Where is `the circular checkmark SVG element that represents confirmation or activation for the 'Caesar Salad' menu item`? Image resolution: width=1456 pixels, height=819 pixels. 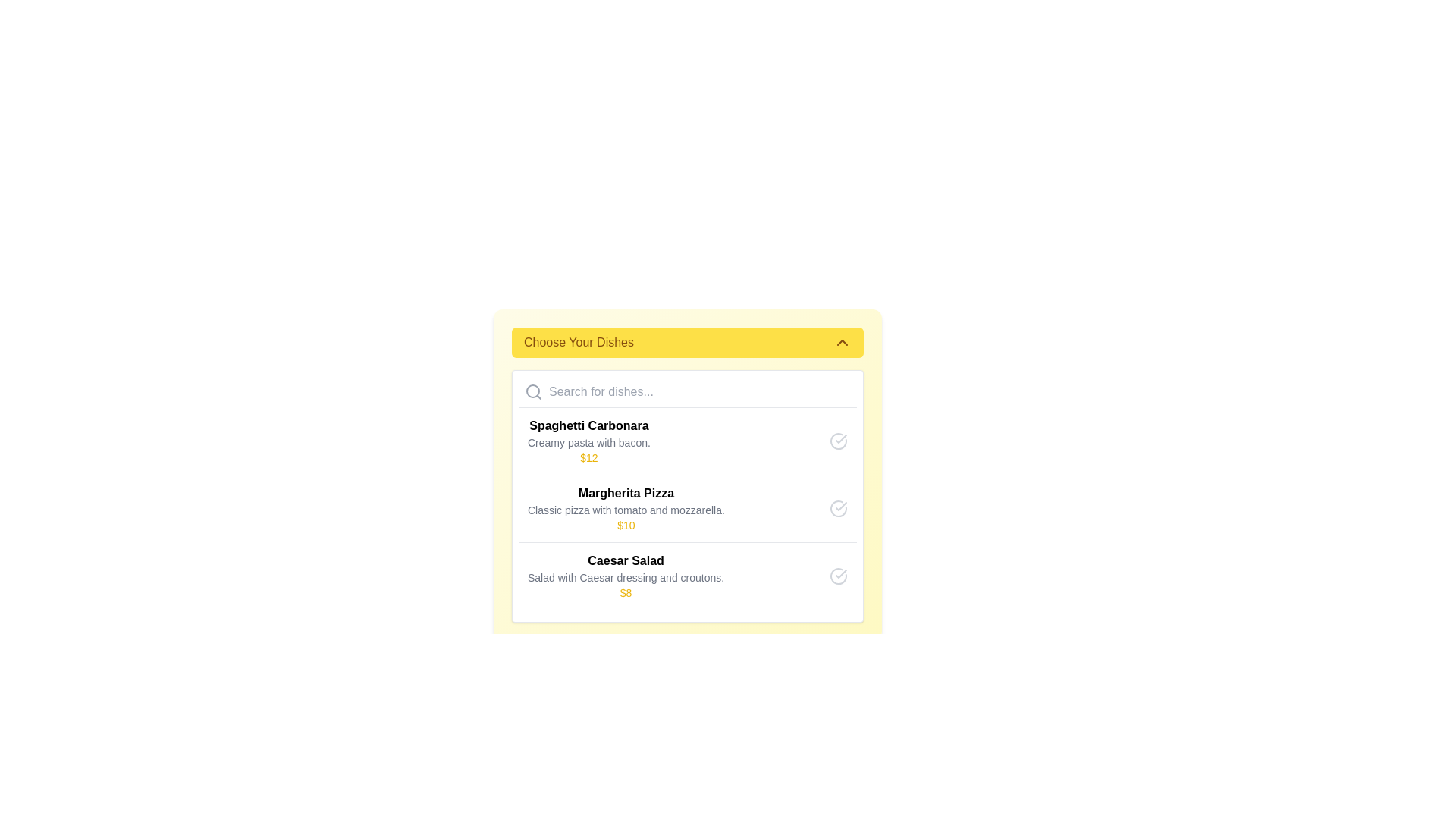
the circular checkmark SVG element that represents confirmation or activation for the 'Caesar Salad' menu item is located at coordinates (837, 576).